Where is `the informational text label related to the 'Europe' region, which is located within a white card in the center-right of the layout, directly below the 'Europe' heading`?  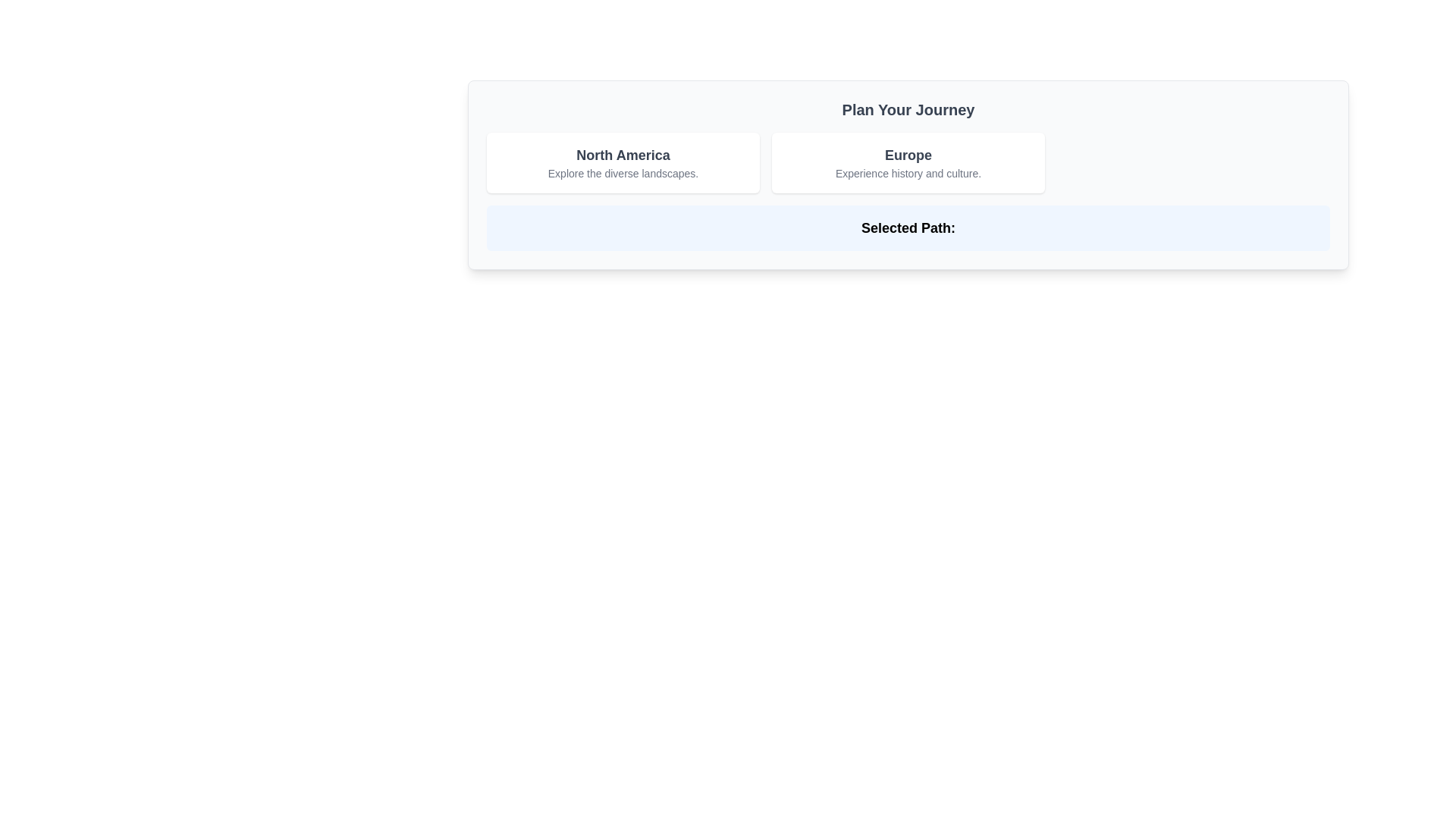 the informational text label related to the 'Europe' region, which is located within a white card in the center-right of the layout, directly below the 'Europe' heading is located at coordinates (908, 172).